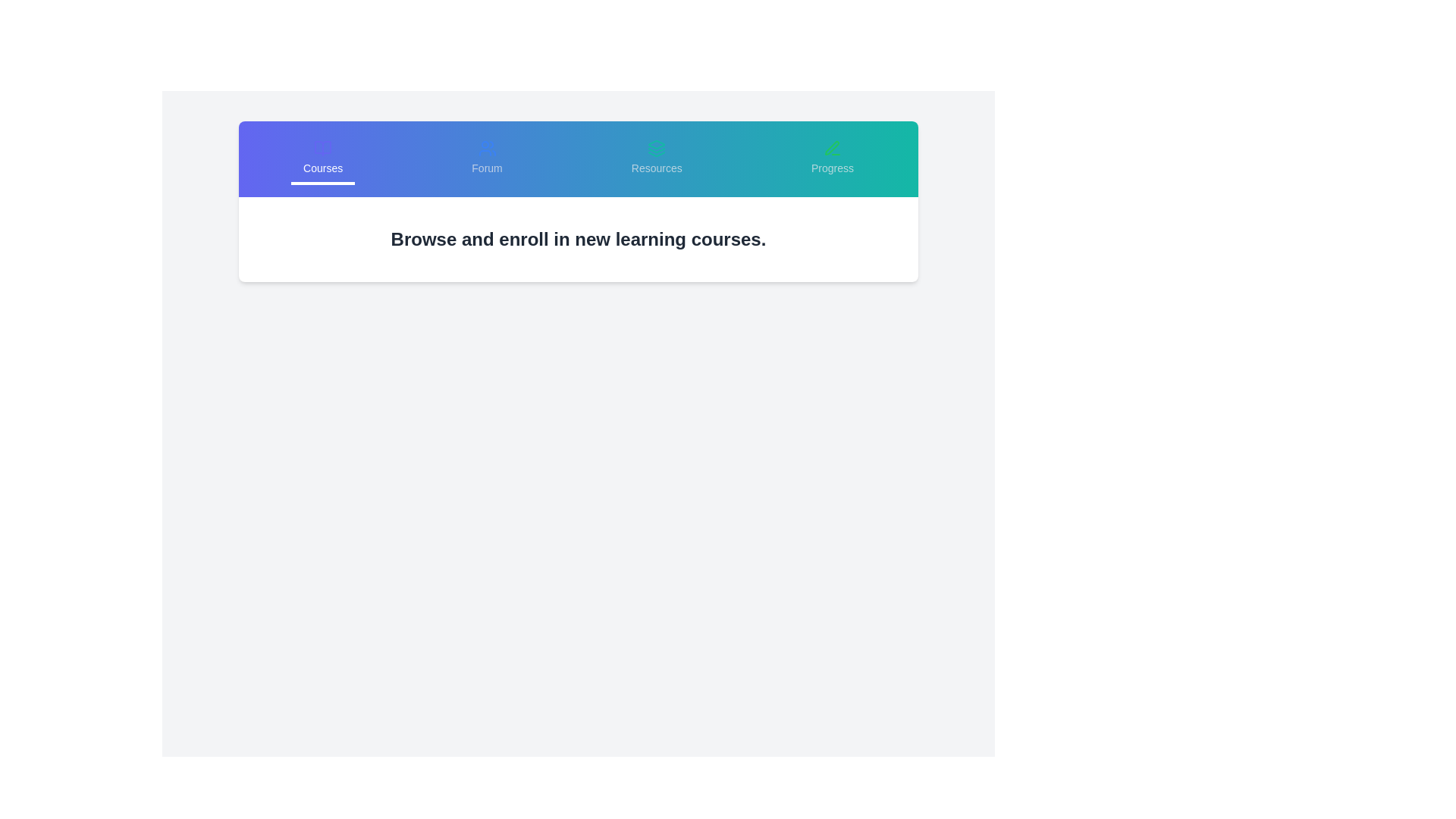 The height and width of the screenshot is (819, 1456). I want to click on the tab option Courses, so click(322, 158).